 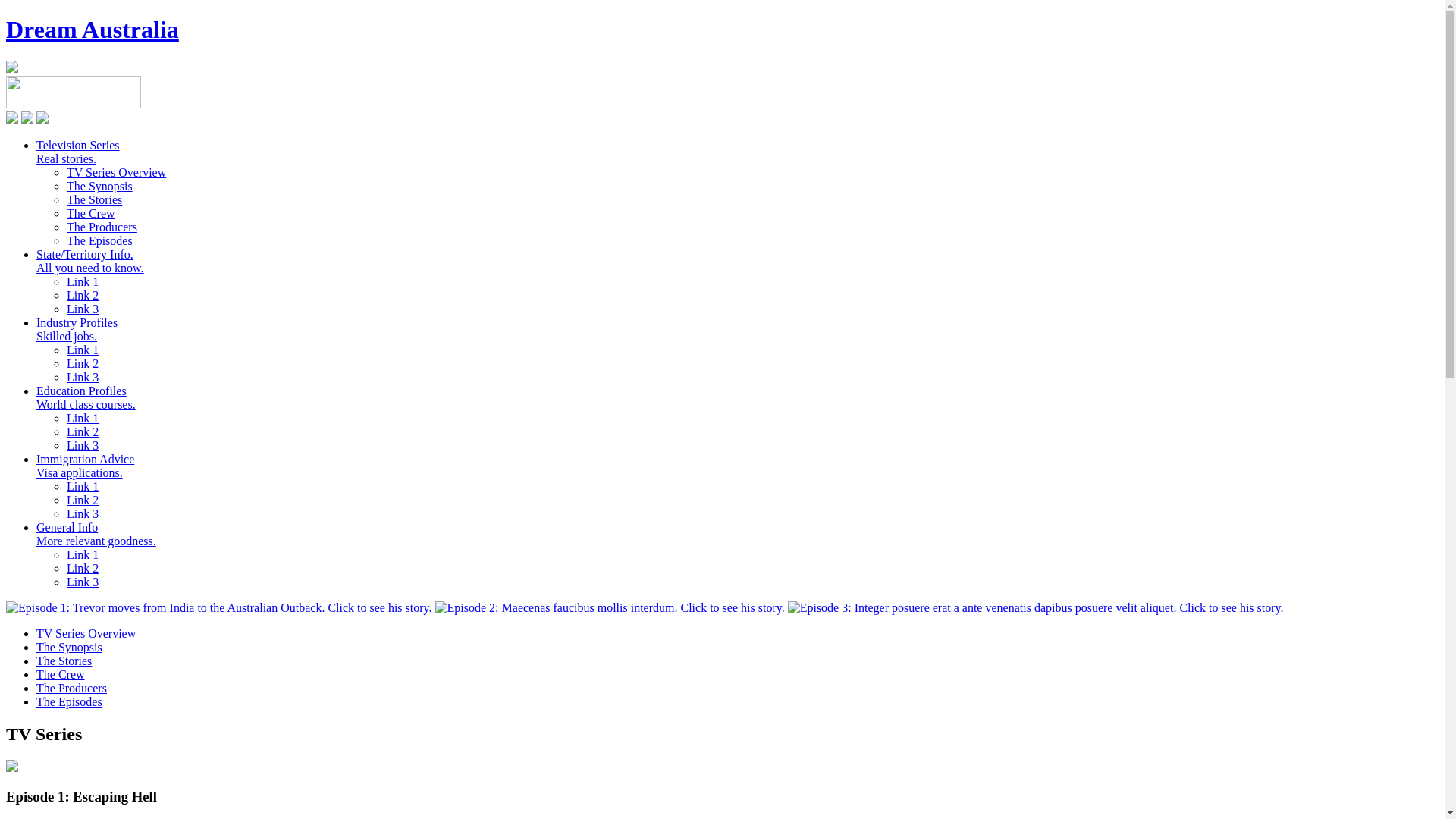 I want to click on 'Link 3', so click(x=82, y=444).